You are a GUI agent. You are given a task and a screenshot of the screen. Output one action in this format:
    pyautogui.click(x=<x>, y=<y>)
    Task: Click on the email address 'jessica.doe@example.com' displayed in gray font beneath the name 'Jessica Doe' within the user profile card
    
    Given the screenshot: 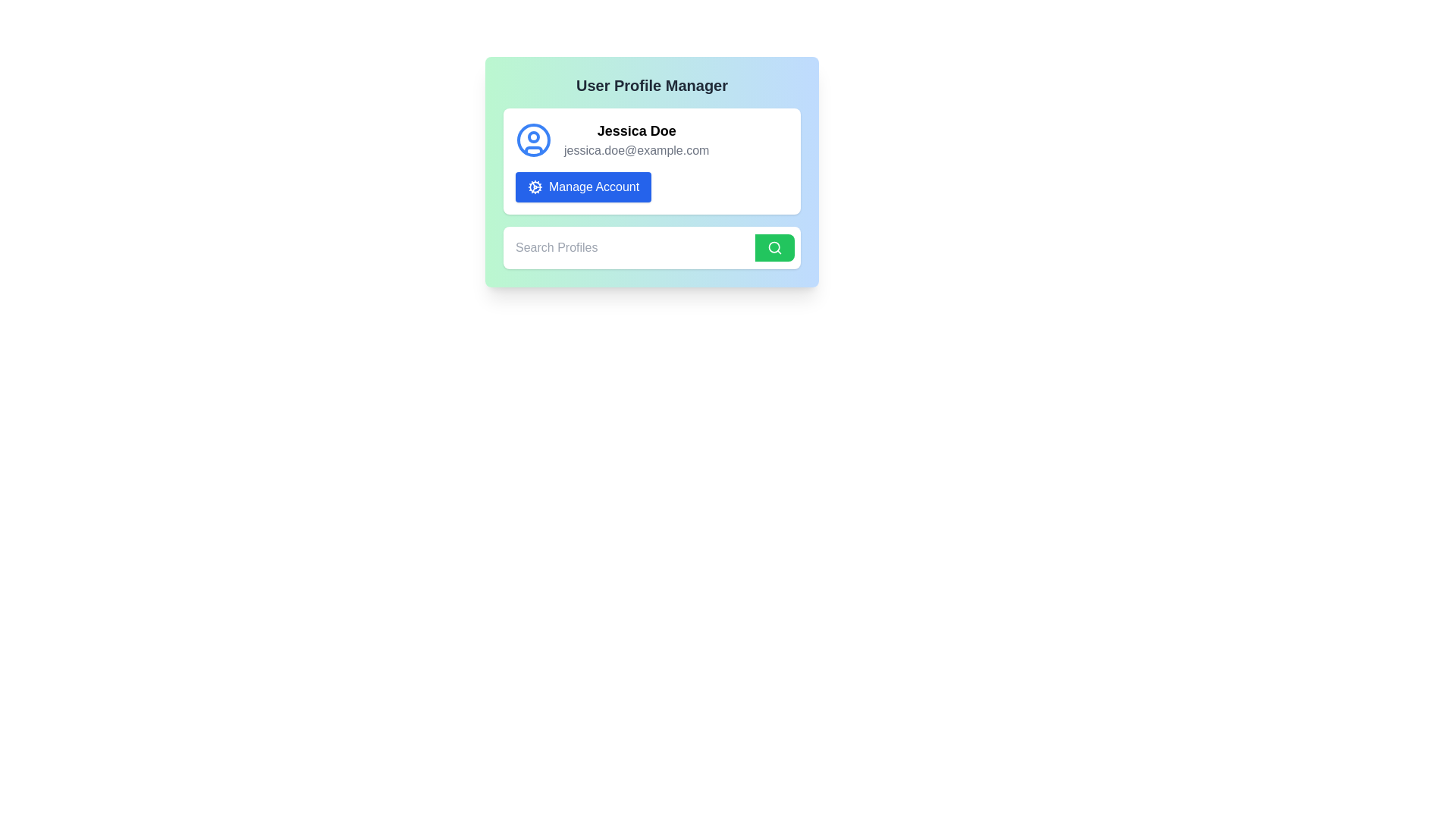 What is the action you would take?
    pyautogui.click(x=636, y=151)
    